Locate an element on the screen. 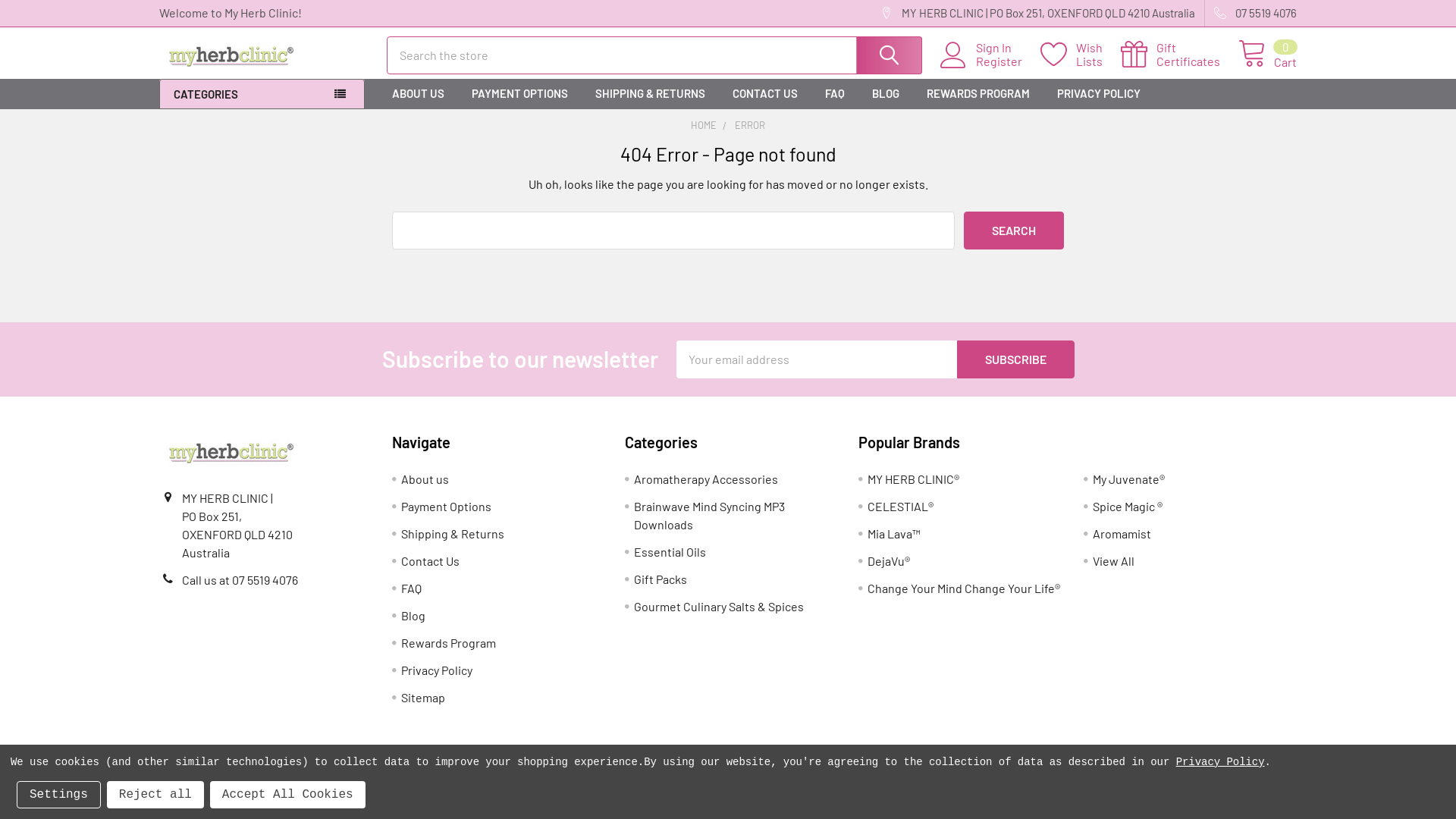 Image resolution: width=1456 pixels, height=819 pixels. 'Wish is located at coordinates (1080, 54).